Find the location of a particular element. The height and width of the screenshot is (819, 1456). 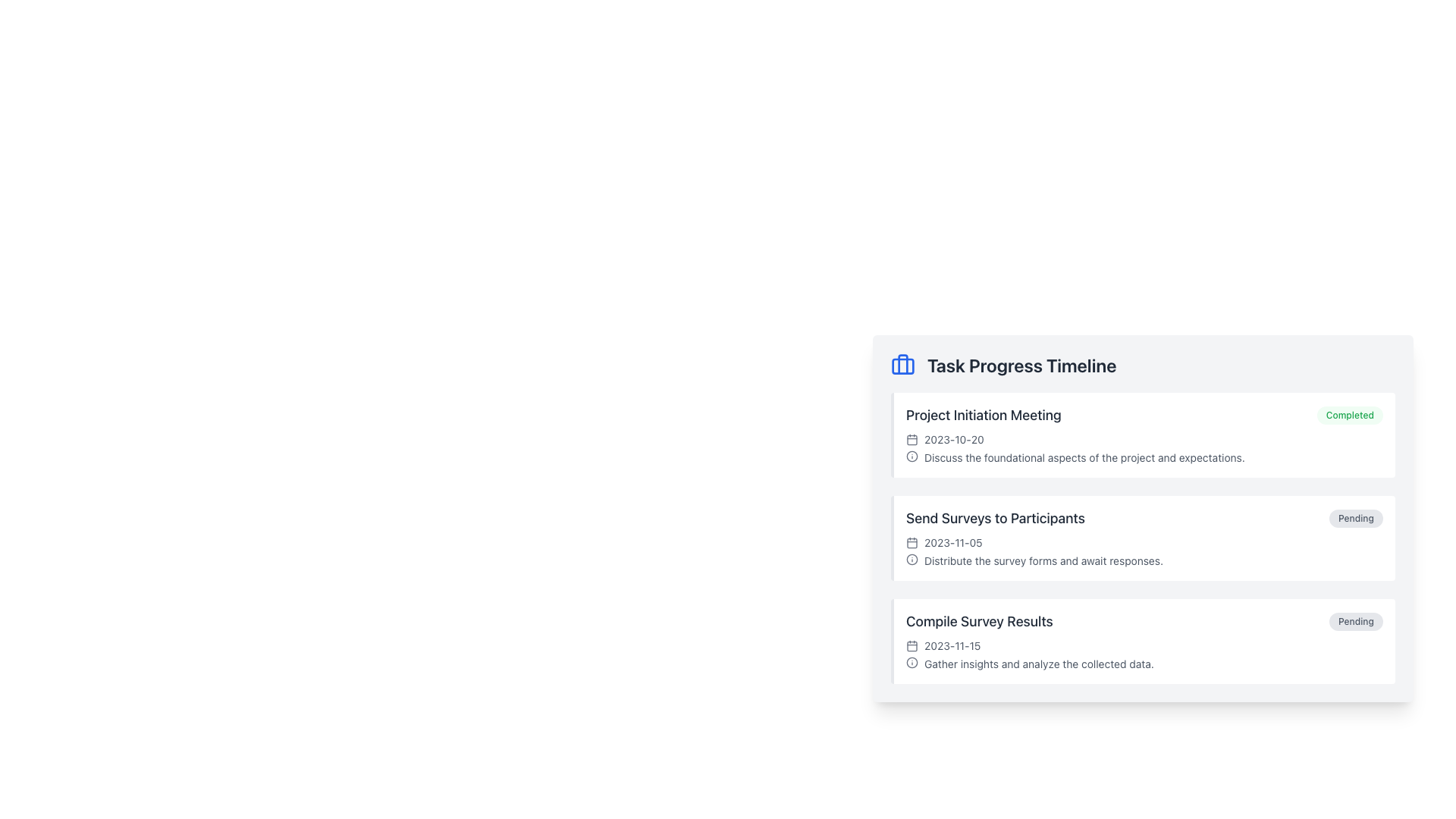

text description with date and icon located below the 'Send Surveys to Participants' section in the 'Task Progress Timeline' list under 'Compile Survey Results' is located at coordinates (1144, 654).